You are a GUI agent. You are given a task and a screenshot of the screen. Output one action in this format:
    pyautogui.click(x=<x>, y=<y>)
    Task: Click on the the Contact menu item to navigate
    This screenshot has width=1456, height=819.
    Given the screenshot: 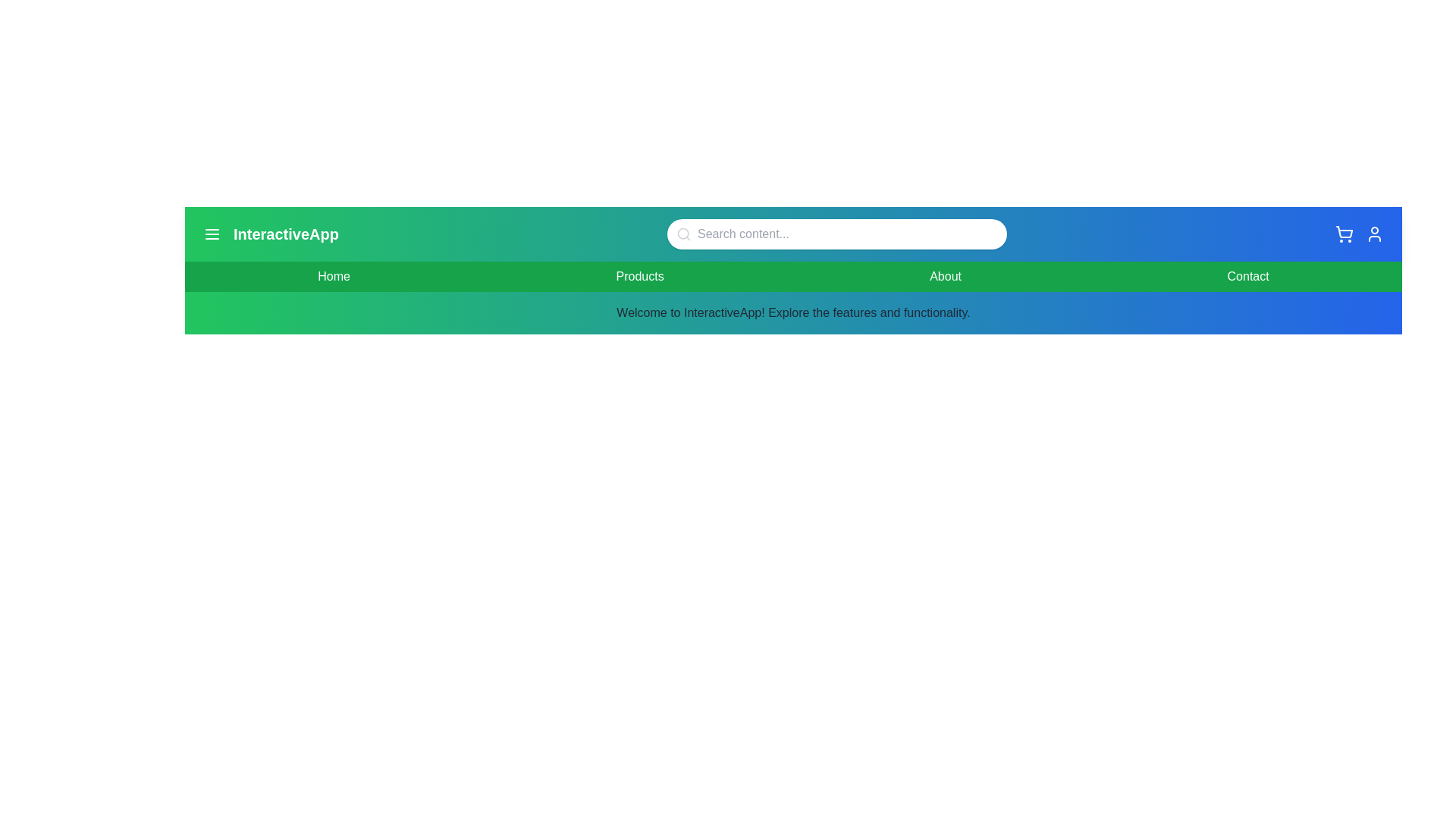 What is the action you would take?
    pyautogui.click(x=1248, y=277)
    